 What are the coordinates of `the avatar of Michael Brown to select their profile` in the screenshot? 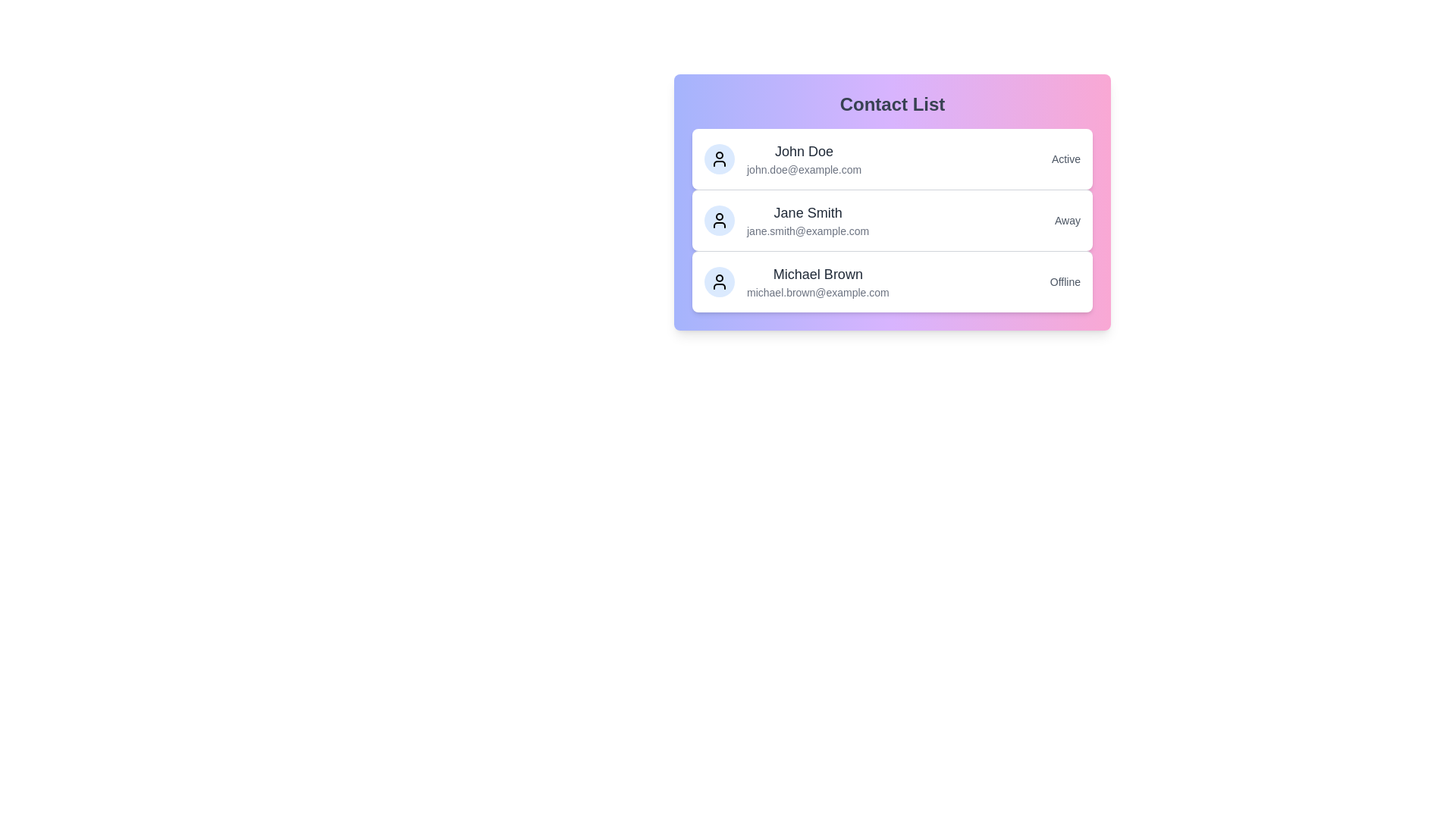 It's located at (719, 281).